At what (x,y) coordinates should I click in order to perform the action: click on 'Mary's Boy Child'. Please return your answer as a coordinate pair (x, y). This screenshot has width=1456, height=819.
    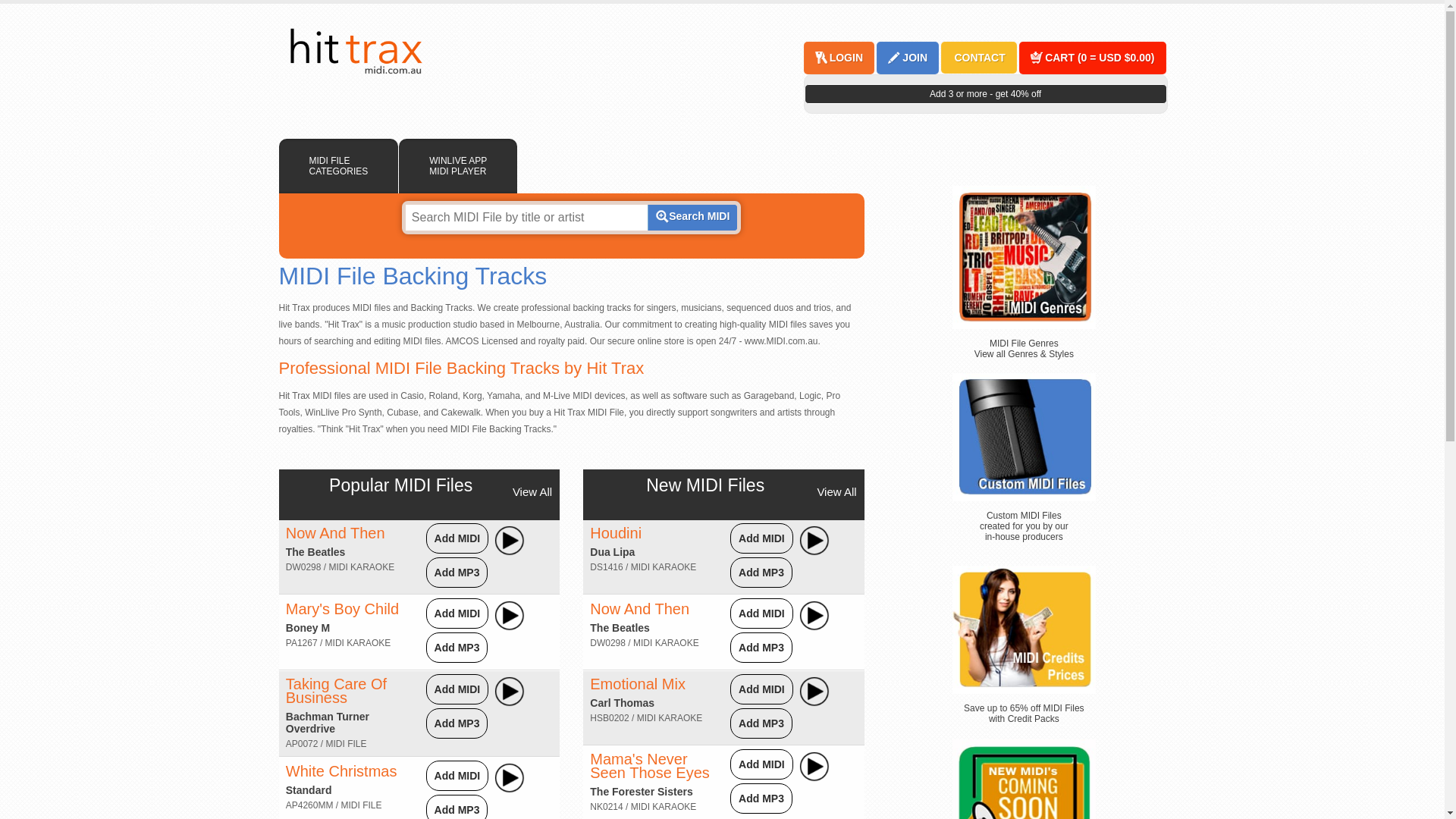
    Looking at the image, I should click on (341, 607).